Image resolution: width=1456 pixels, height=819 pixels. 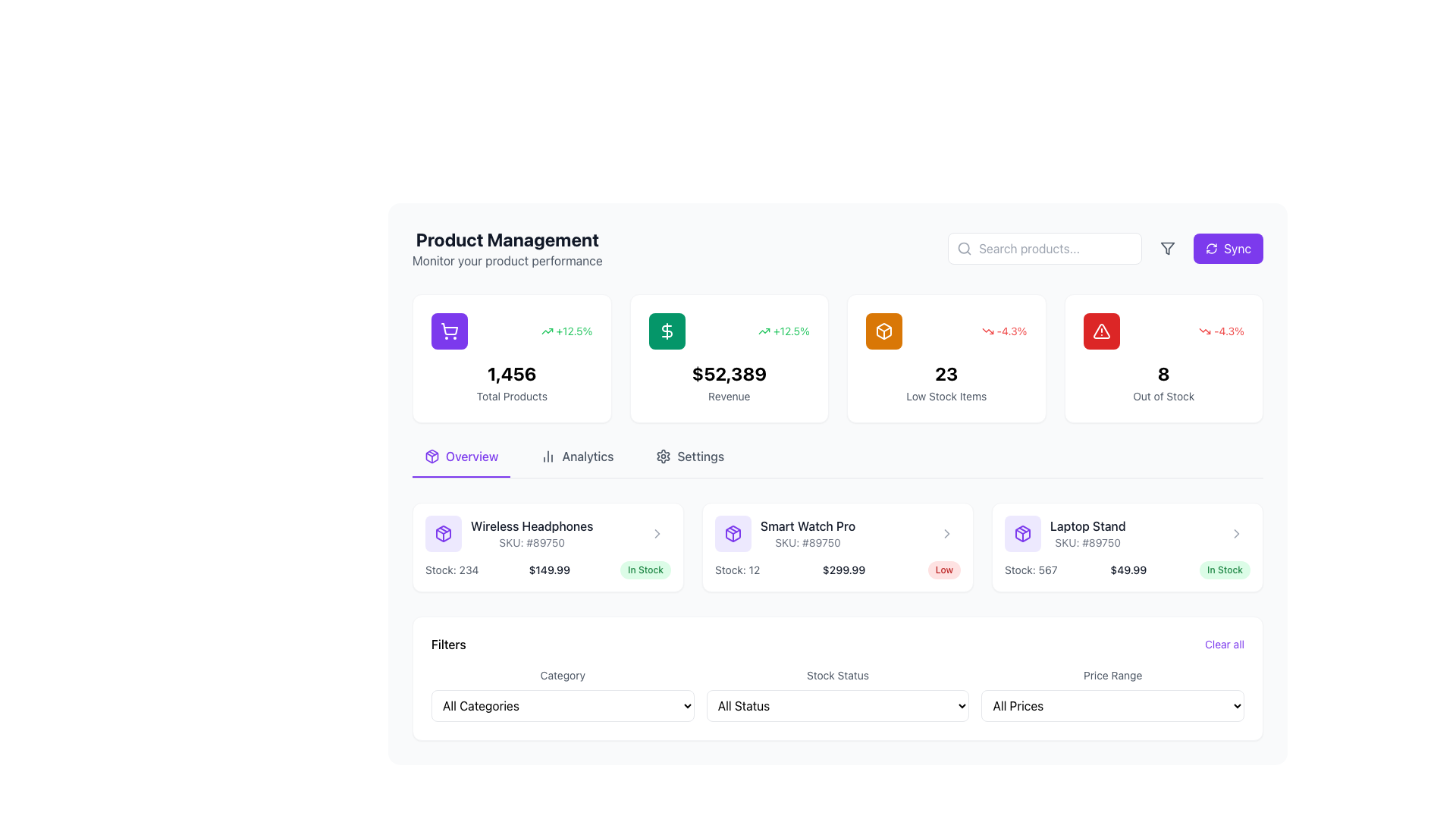 I want to click on the Filter button, which is a minimalistic gray funnel icon located at the top-right of the interface, directly to the left of the purple 'Sync' button, so click(x=1167, y=247).